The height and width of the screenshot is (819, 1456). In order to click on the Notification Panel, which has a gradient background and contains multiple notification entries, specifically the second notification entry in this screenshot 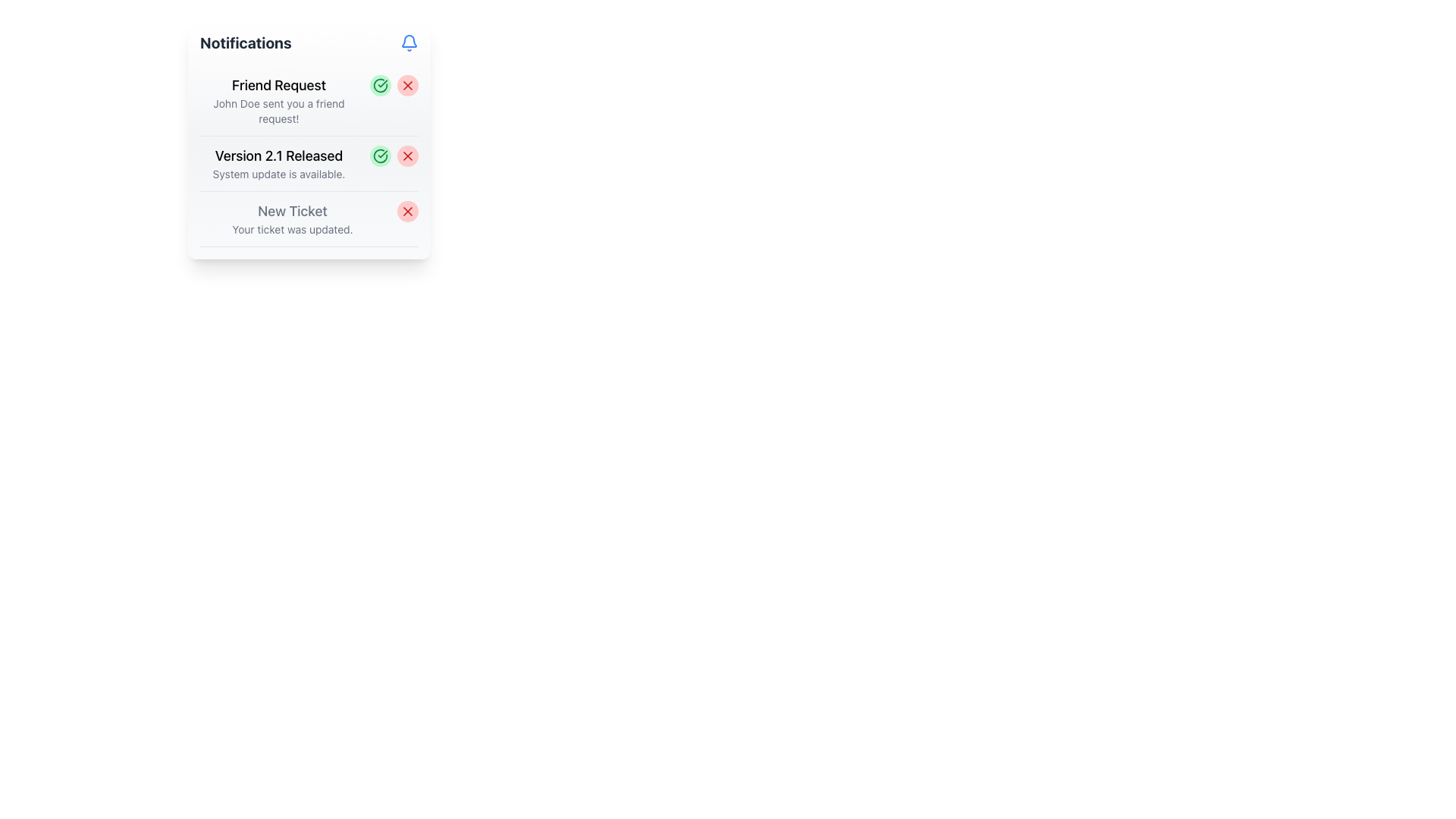, I will do `click(309, 140)`.